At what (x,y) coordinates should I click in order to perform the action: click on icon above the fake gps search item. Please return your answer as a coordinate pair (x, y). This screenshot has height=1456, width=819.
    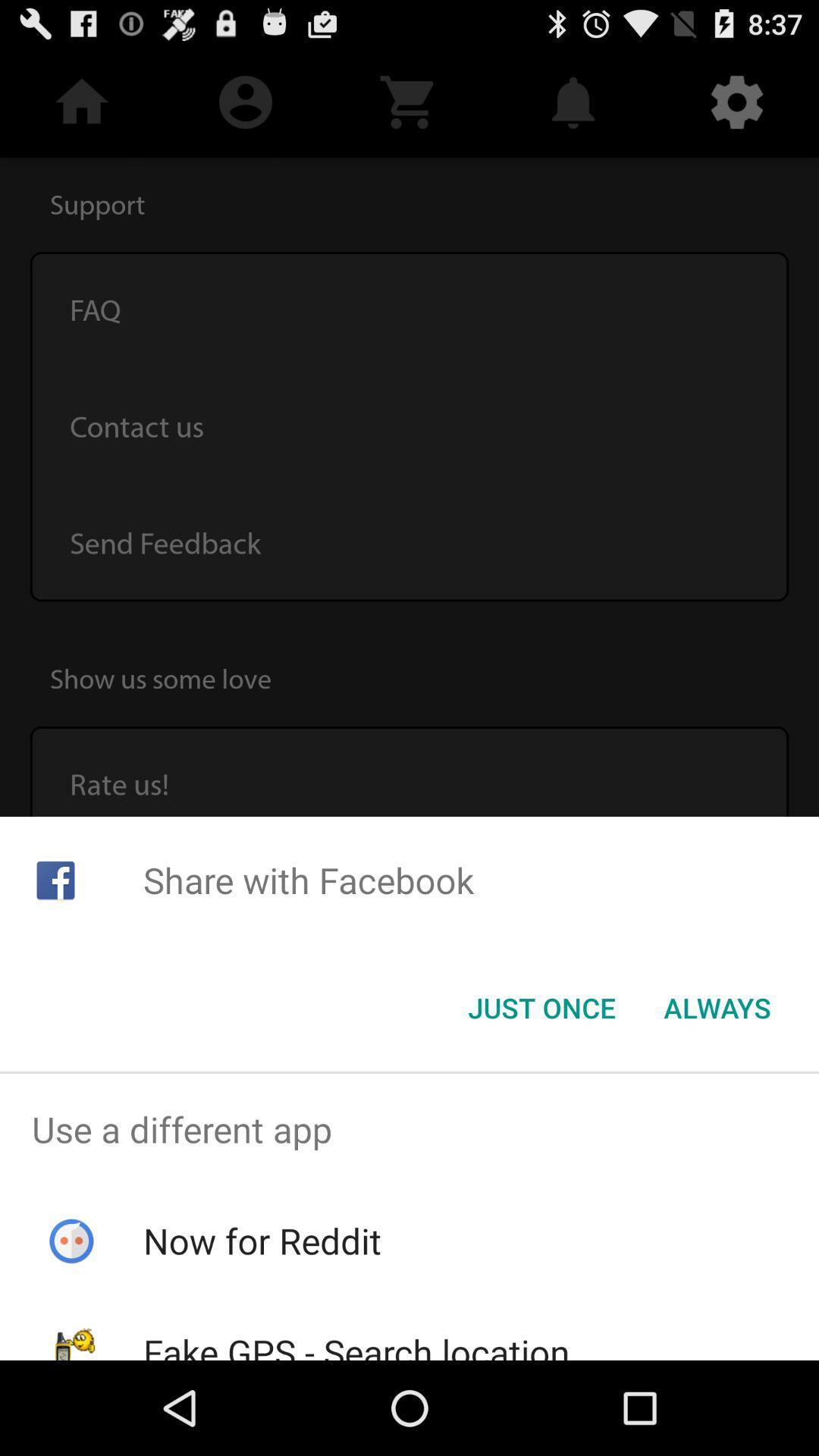
    Looking at the image, I should click on (262, 1241).